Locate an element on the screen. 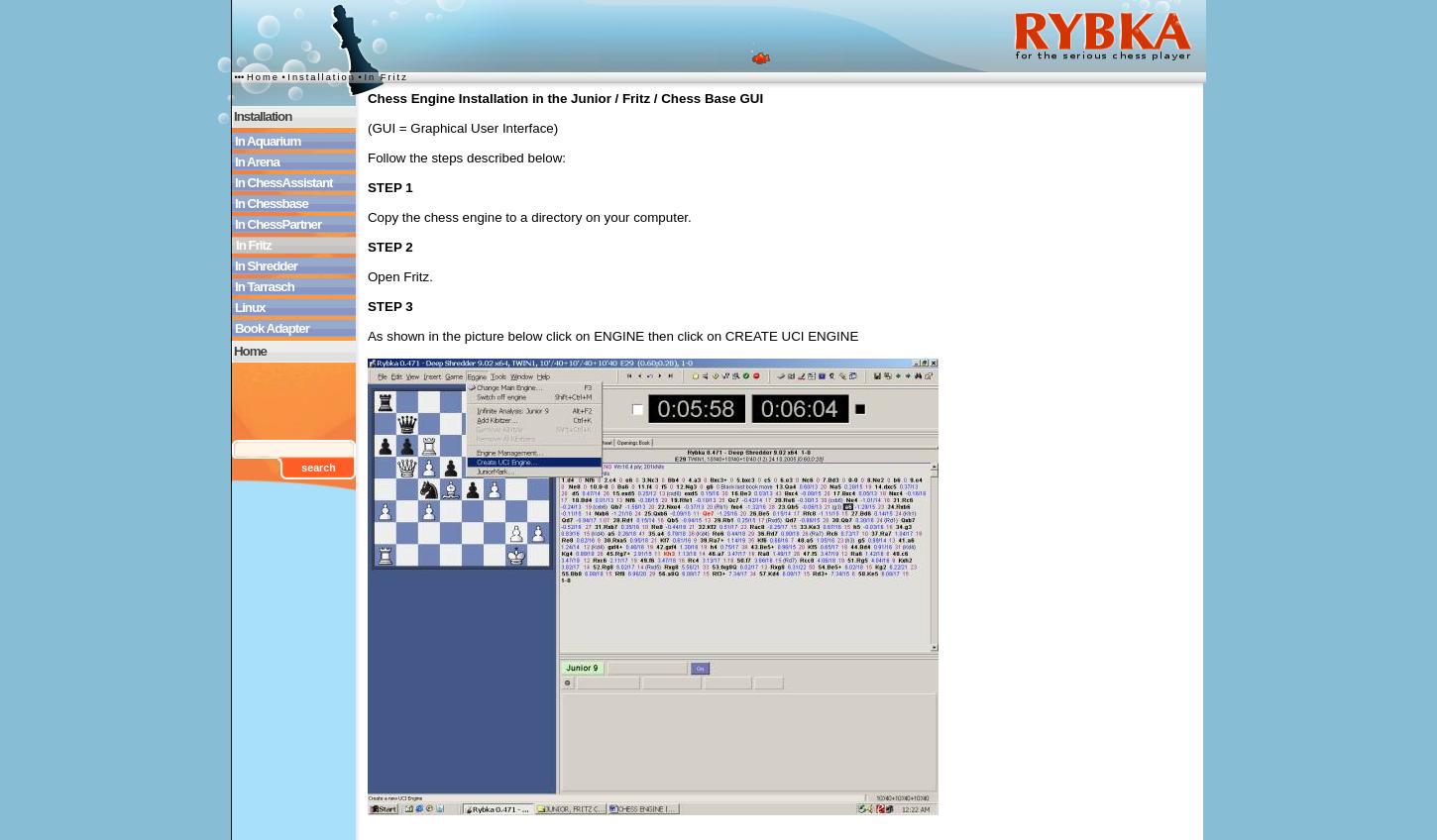  'STEP 3' is located at coordinates (387, 306).